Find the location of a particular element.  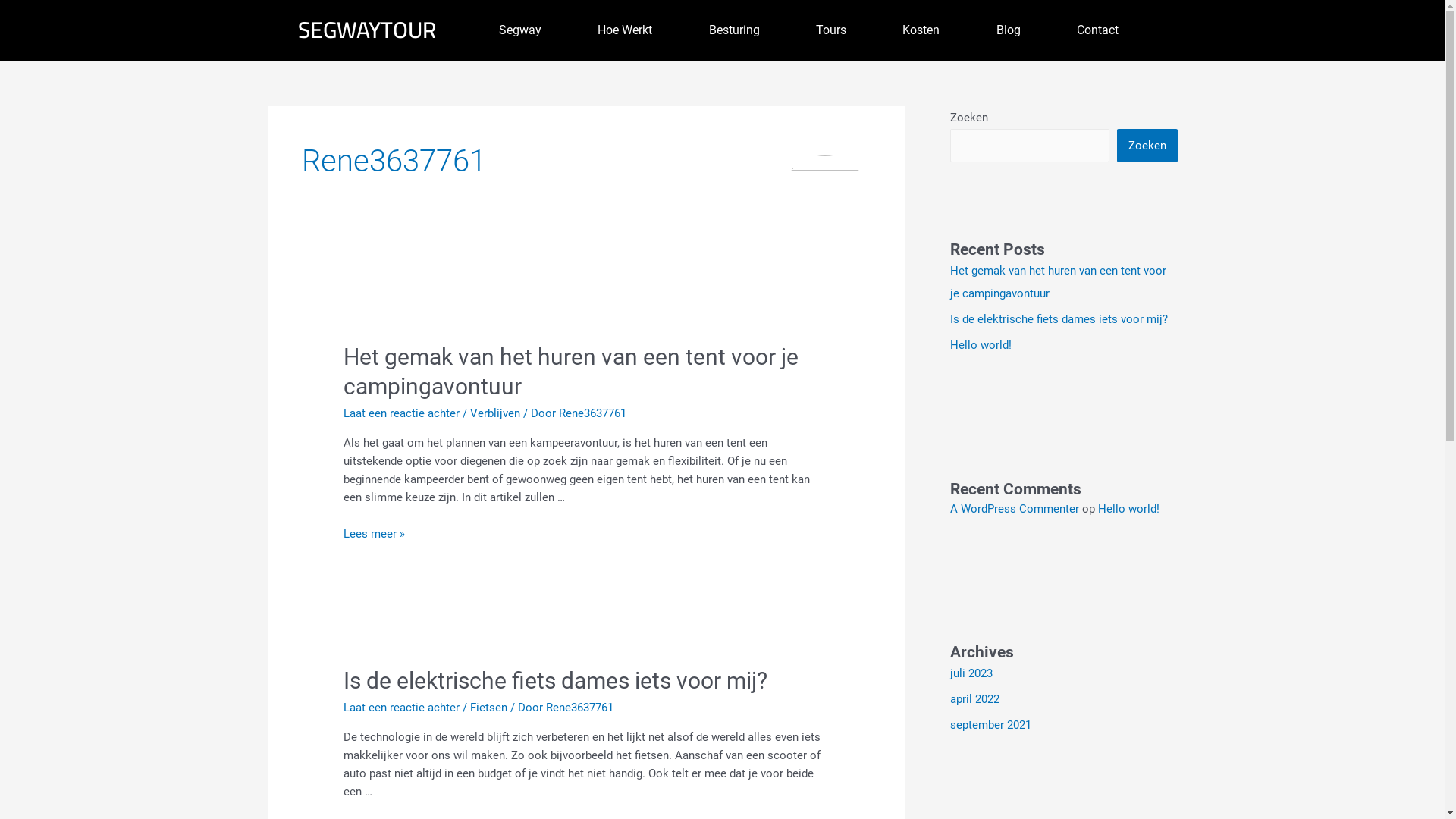

'Laat een reactie achter' is located at coordinates (342, 708).